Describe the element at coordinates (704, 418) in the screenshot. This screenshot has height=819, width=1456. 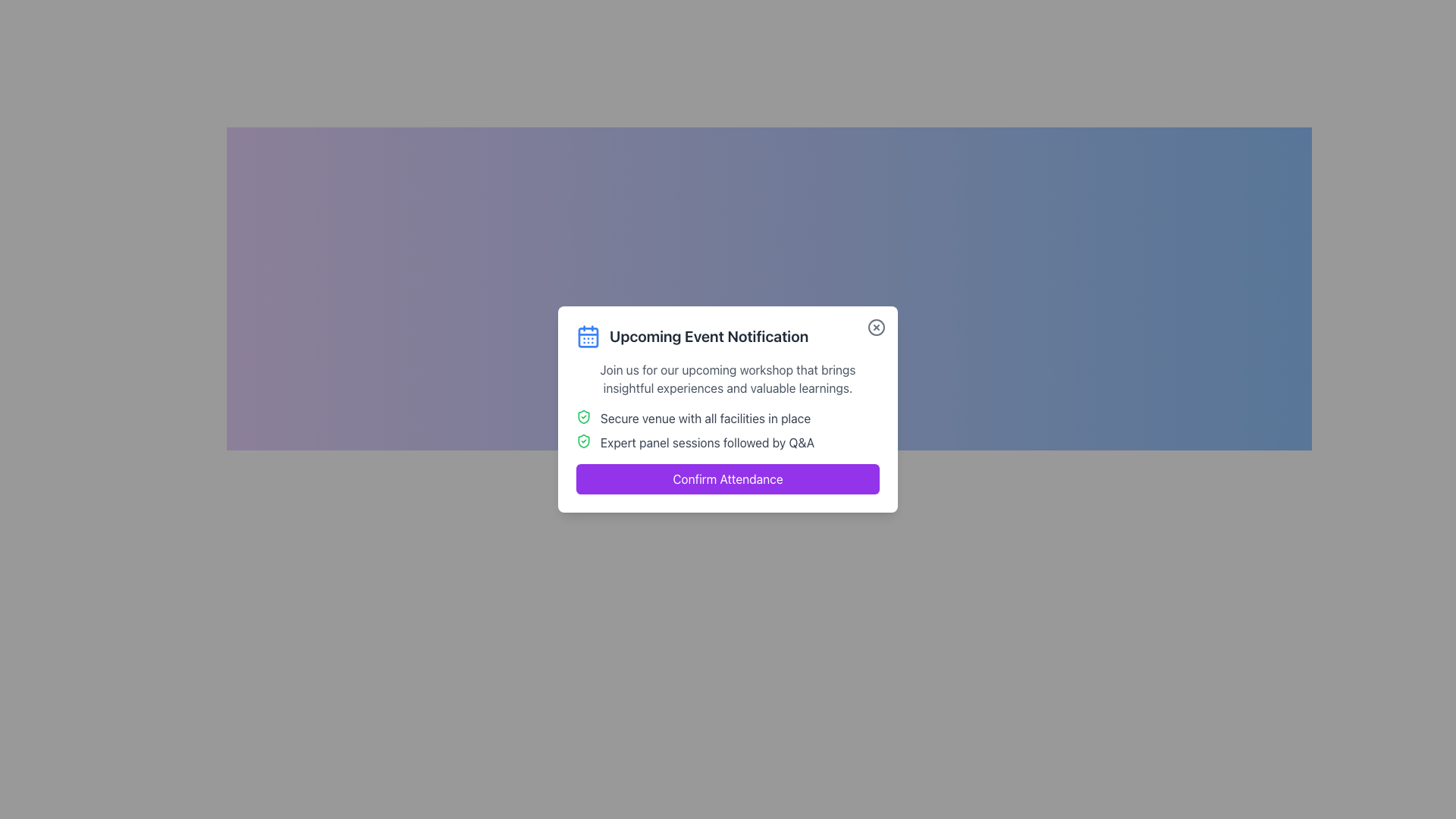
I see `the text element reading 'Secure venue with all facilities in place' located in the lower part of a notification message box, aligned to the left of a green shield icon` at that location.